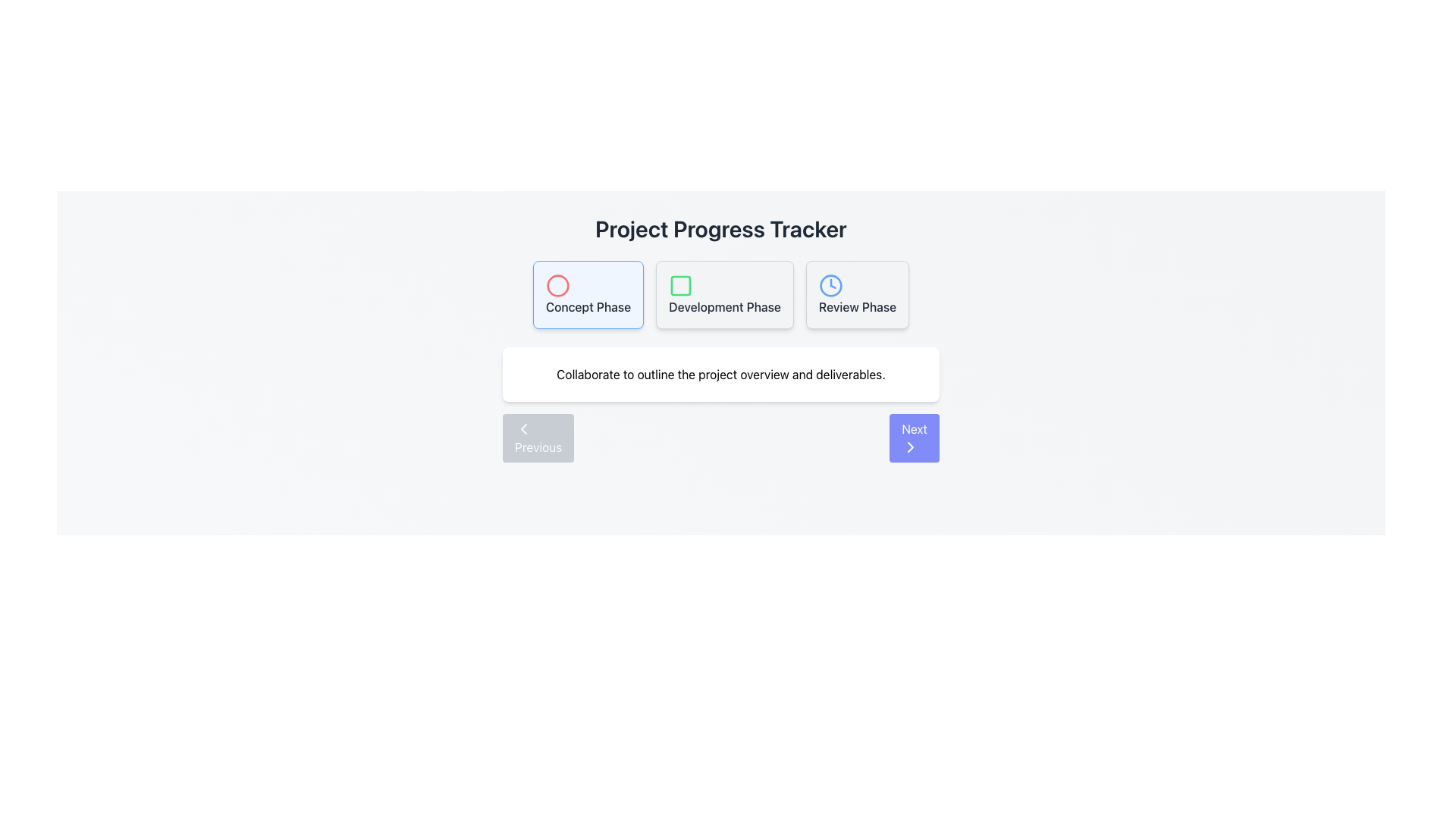 The height and width of the screenshot is (819, 1456). What do you see at coordinates (720, 374) in the screenshot?
I see `the text label displaying 'Collaborate to outline the project overview and deliverables.'` at bounding box center [720, 374].